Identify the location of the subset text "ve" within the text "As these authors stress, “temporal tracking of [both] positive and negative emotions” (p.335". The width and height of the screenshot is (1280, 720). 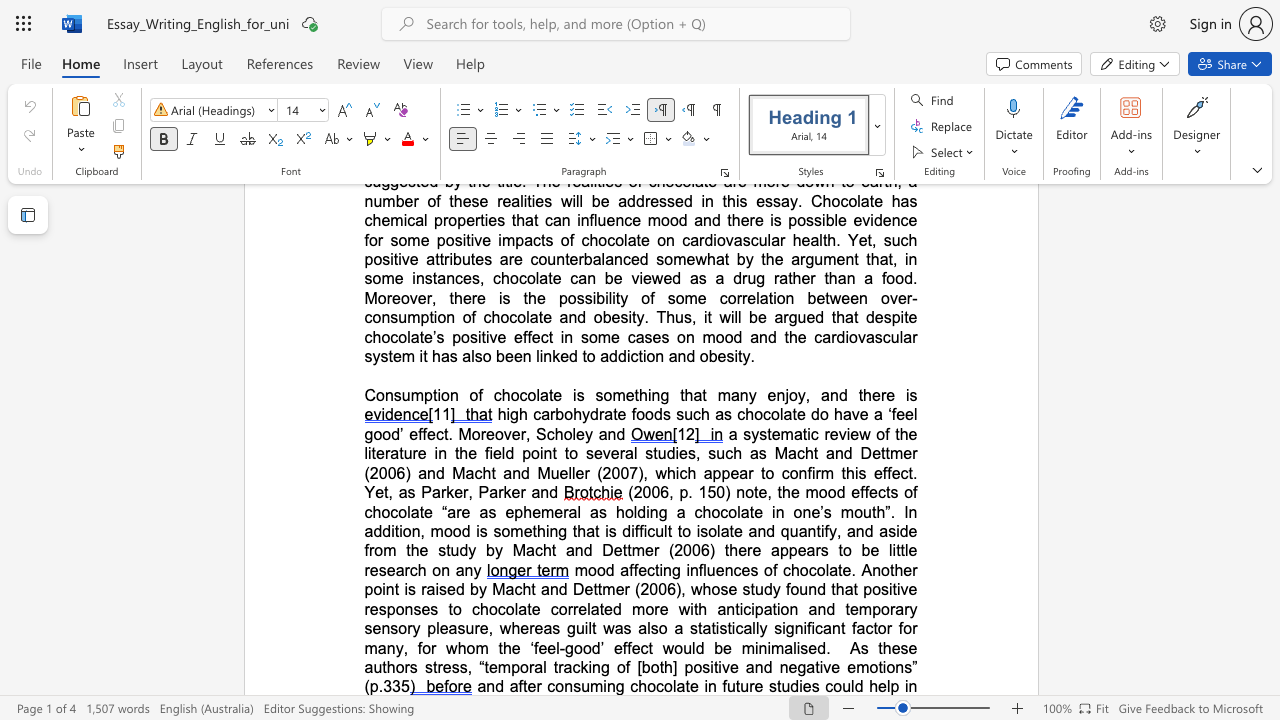
(823, 667).